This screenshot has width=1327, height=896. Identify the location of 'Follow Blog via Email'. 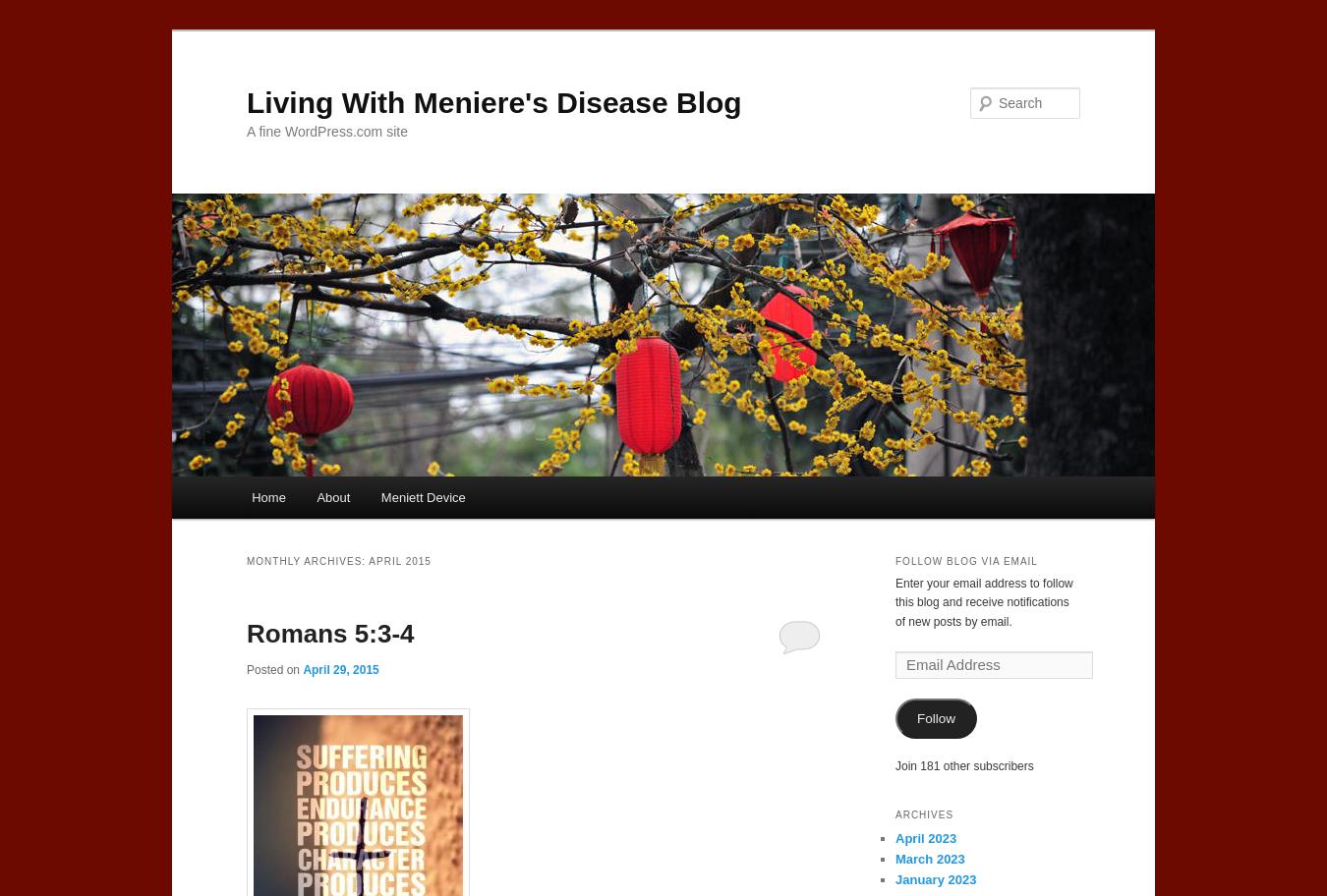
(964, 560).